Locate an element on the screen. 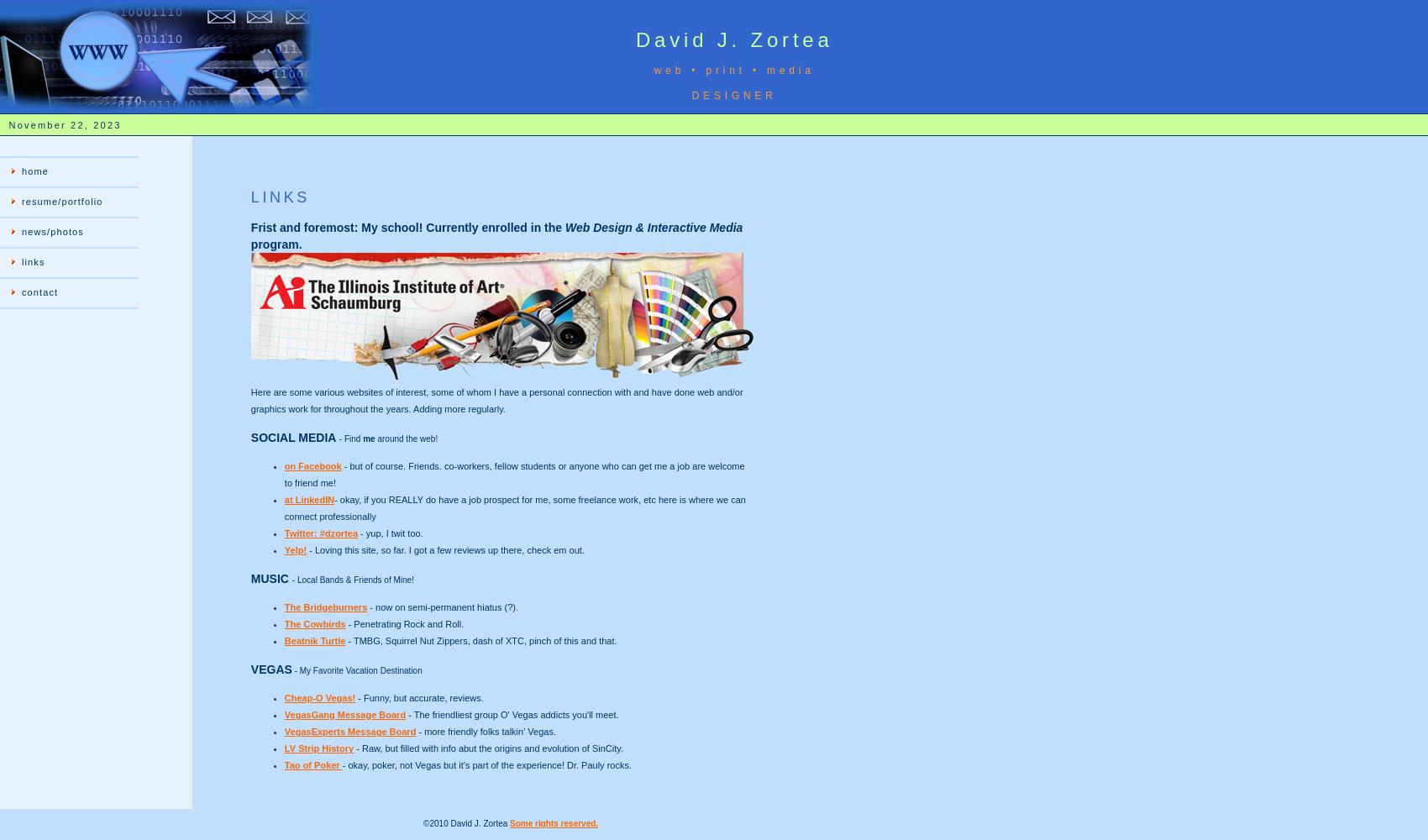 The height and width of the screenshot is (840, 1428). 'on Facebook' is located at coordinates (282, 466).